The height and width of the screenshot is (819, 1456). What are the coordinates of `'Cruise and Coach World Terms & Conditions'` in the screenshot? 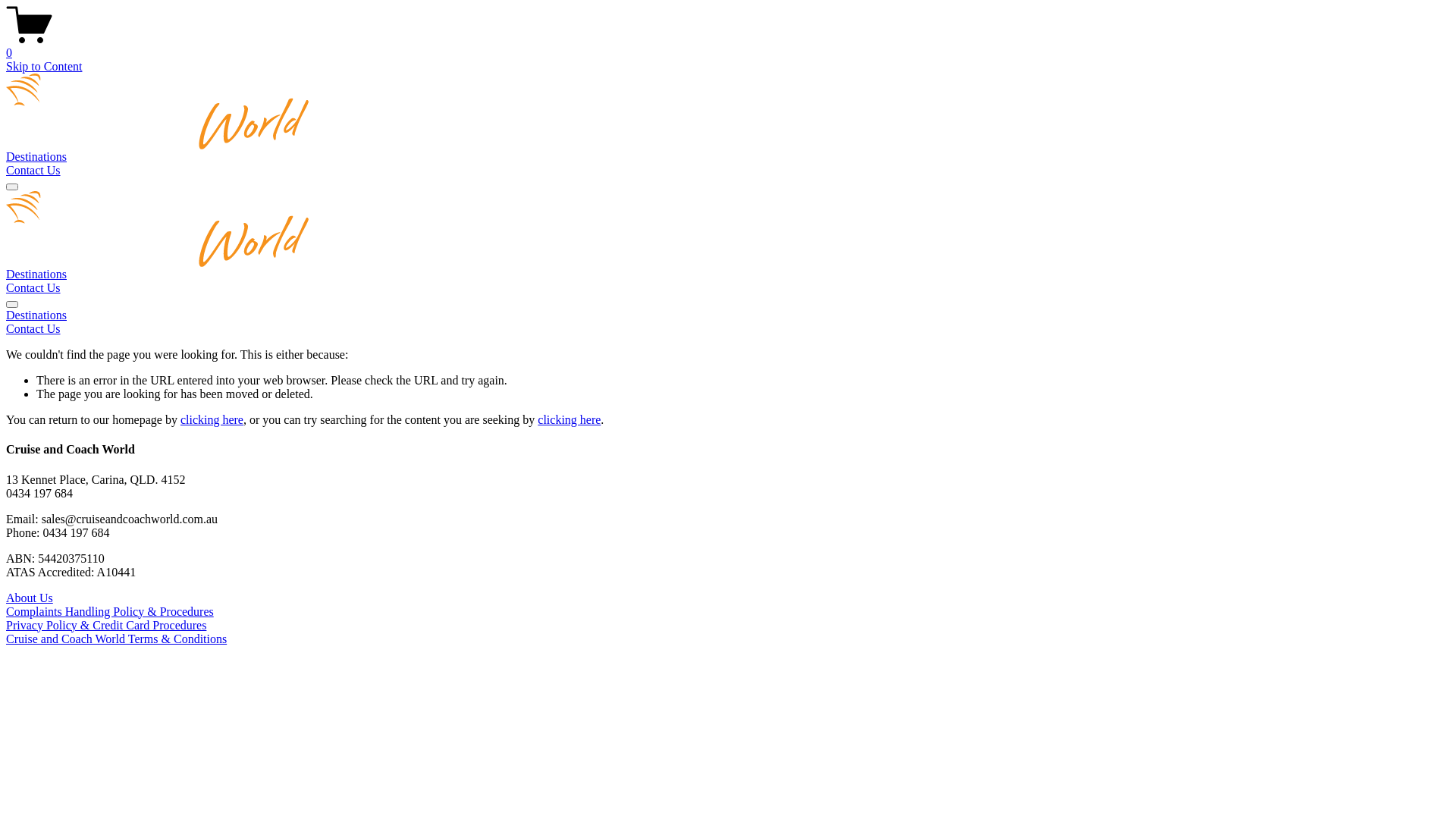 It's located at (115, 639).